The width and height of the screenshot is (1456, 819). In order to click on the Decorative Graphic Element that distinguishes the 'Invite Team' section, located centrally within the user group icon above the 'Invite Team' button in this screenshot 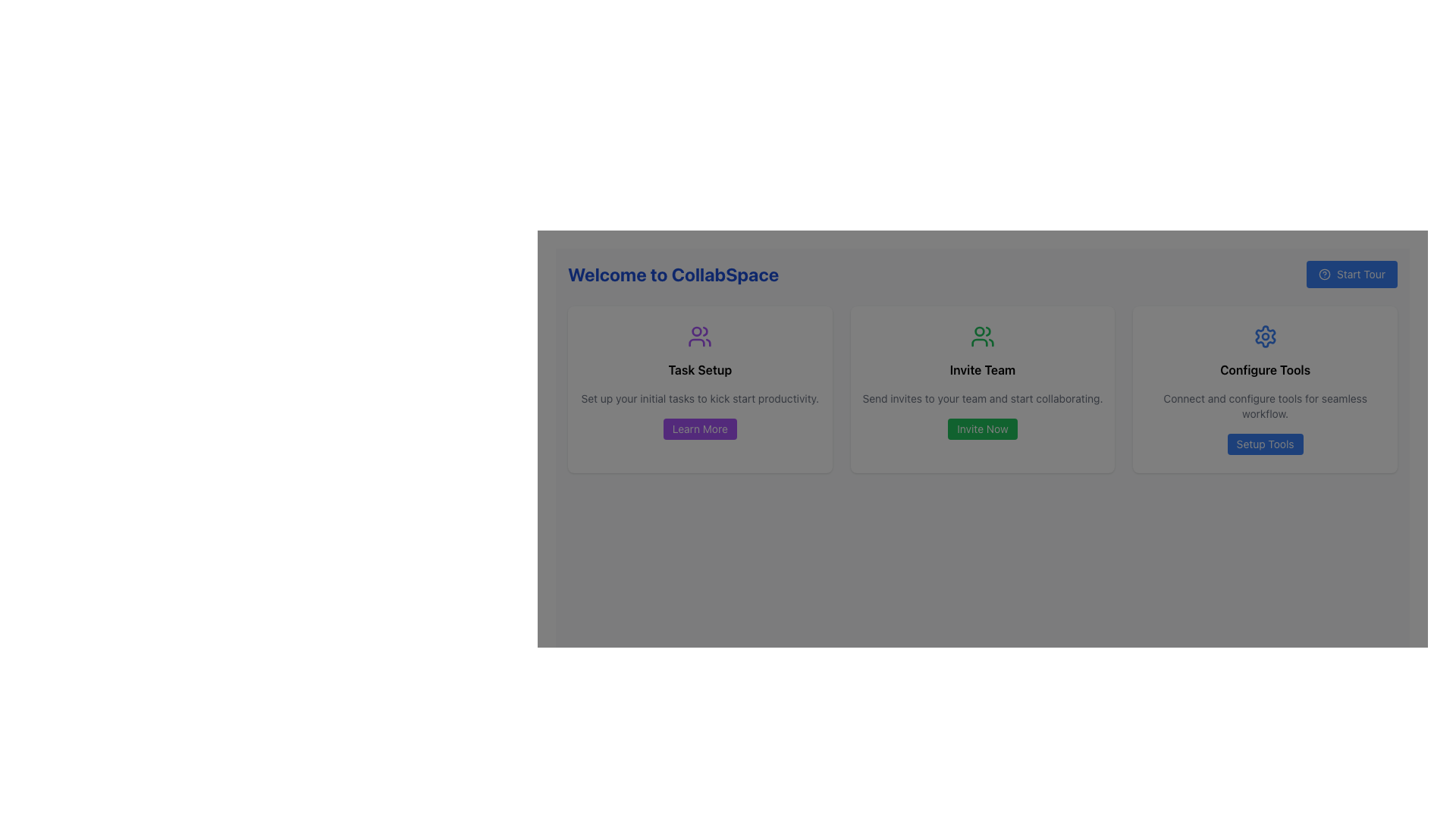, I will do `click(979, 331)`.